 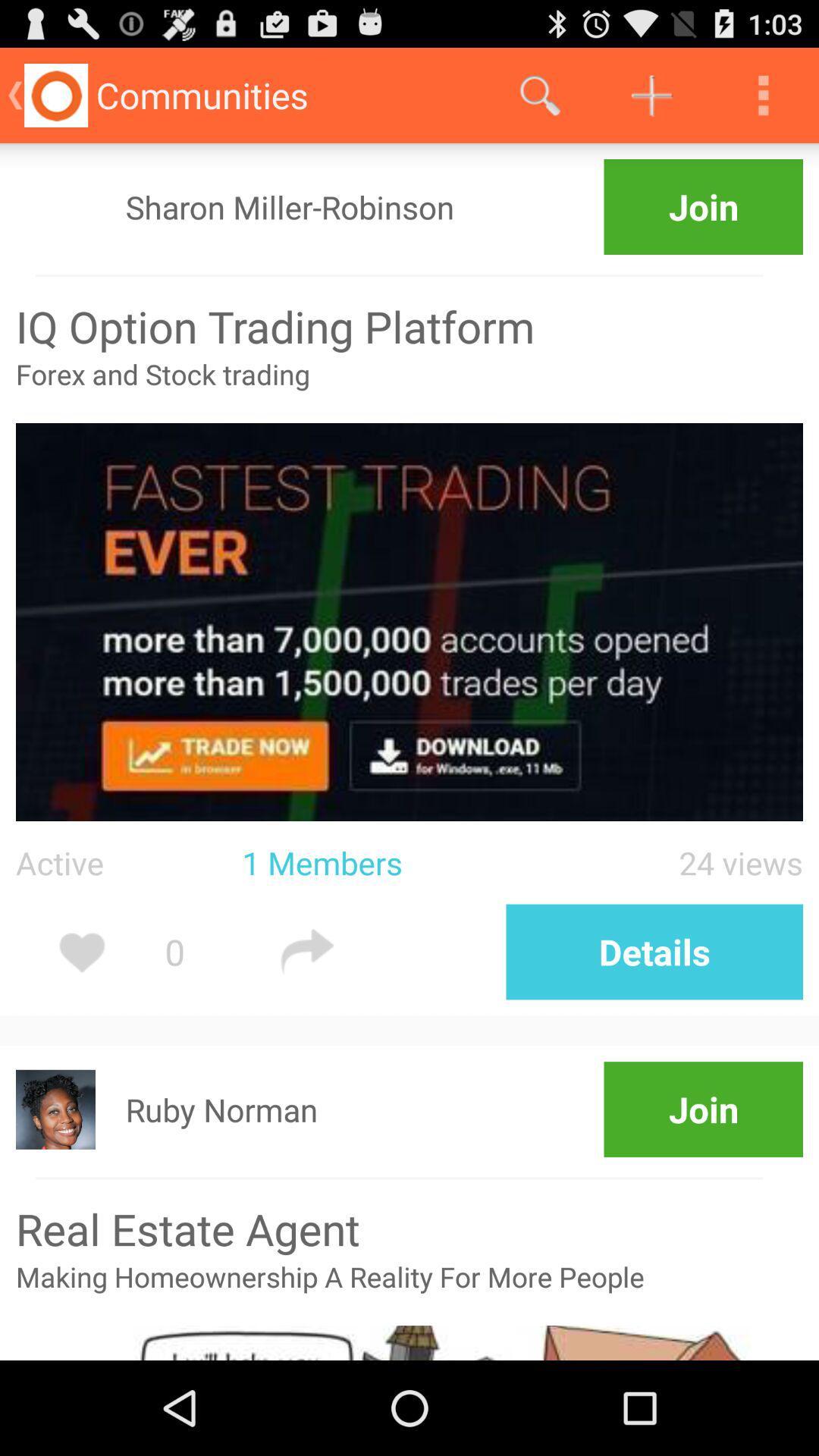 What do you see at coordinates (290, 206) in the screenshot?
I see `icon to the left of join icon` at bounding box center [290, 206].